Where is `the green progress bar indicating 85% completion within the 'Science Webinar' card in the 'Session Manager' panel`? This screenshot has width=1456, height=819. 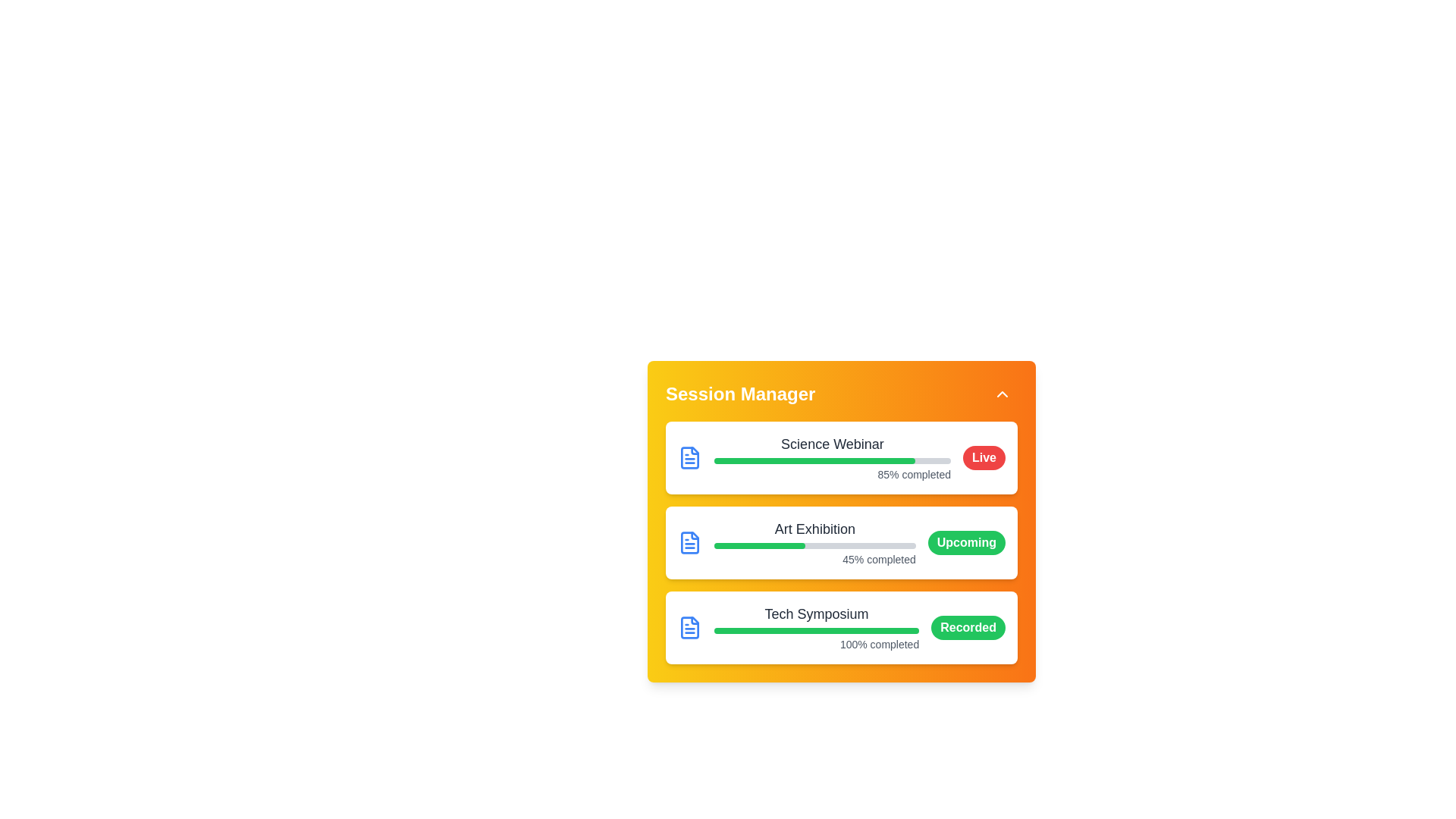
the green progress bar indicating 85% completion within the 'Science Webinar' card in the 'Session Manager' panel is located at coordinates (814, 460).